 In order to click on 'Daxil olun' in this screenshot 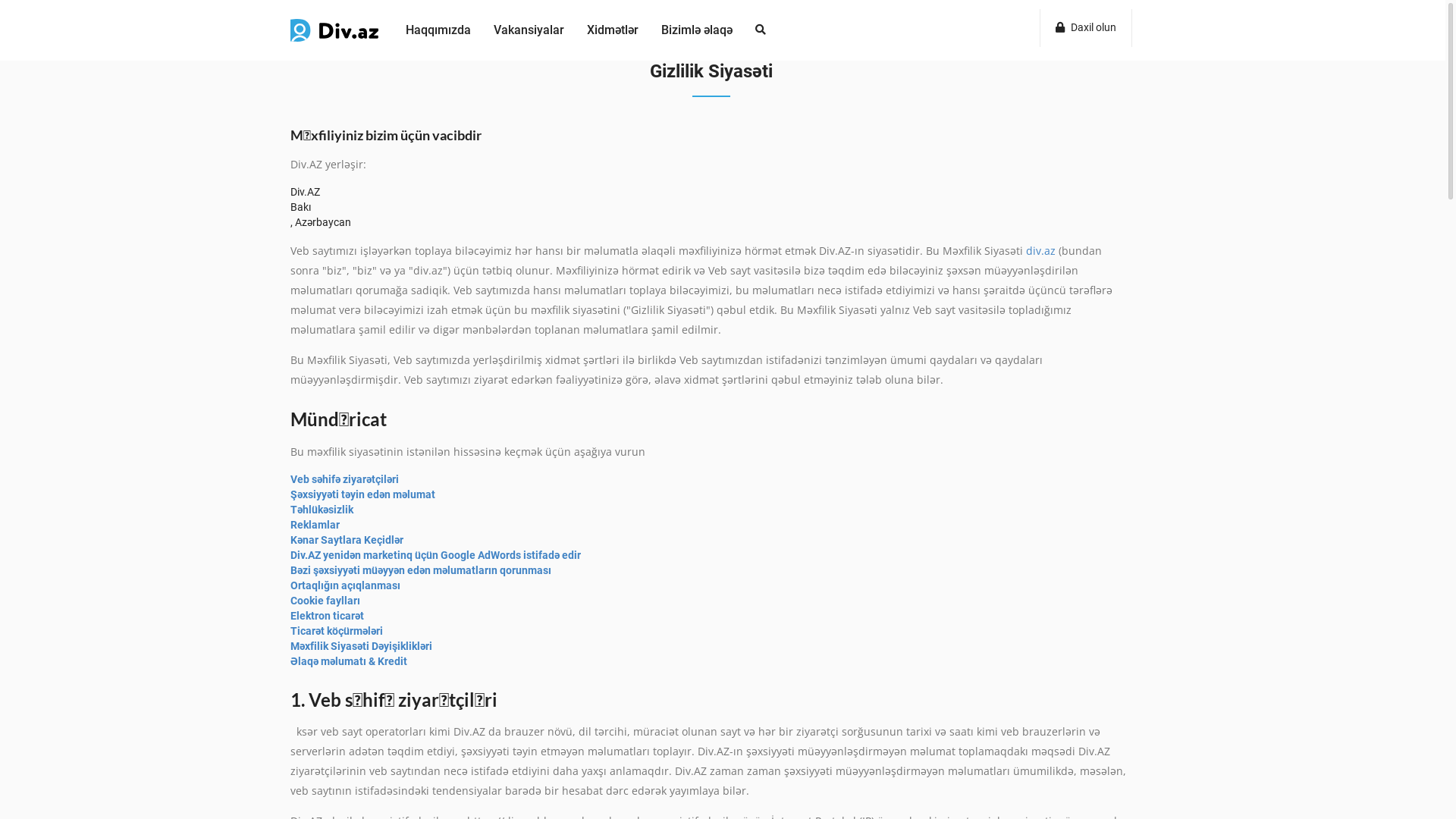, I will do `click(1084, 28)`.